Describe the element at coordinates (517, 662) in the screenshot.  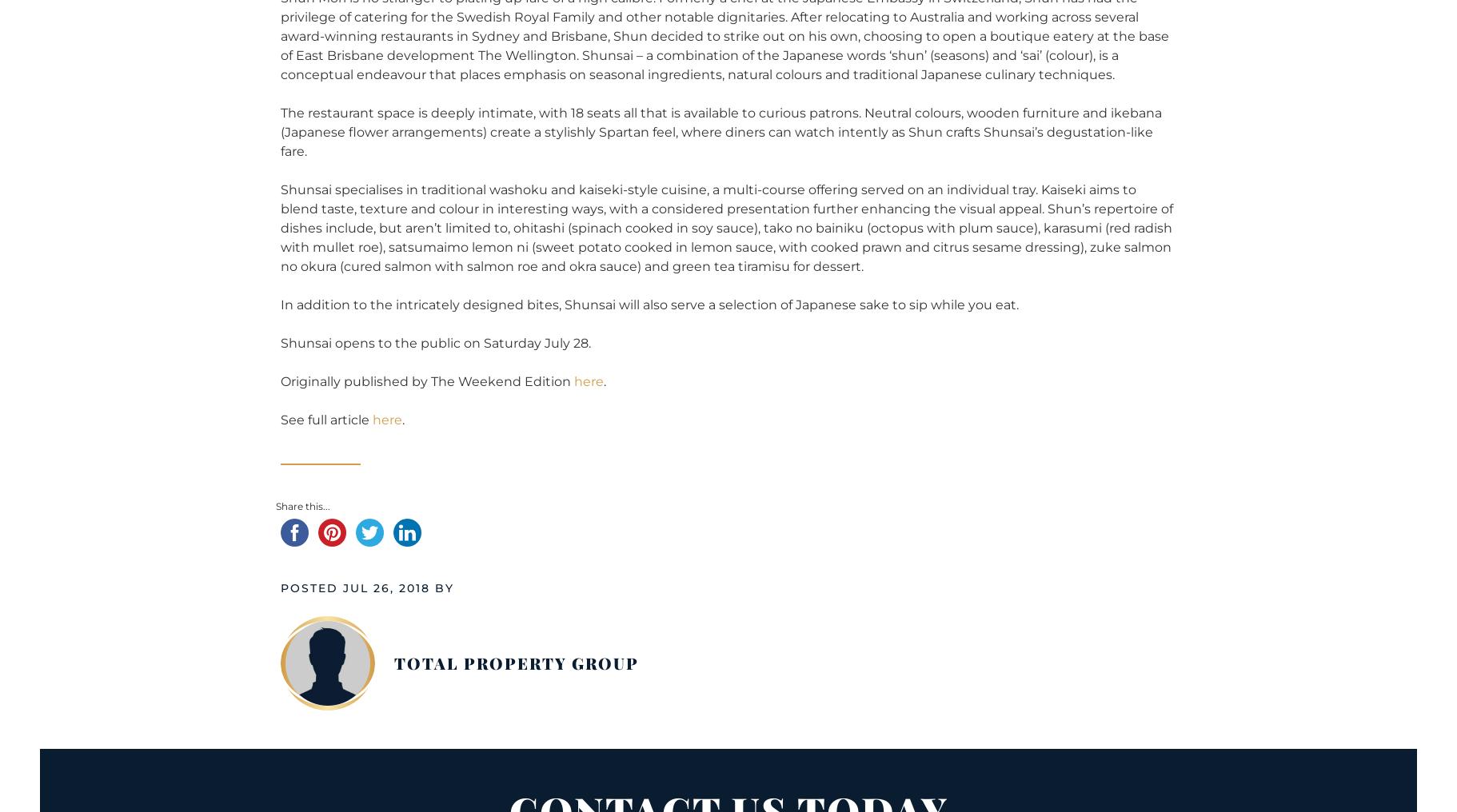
I see `'TOTAL Property Group'` at that location.